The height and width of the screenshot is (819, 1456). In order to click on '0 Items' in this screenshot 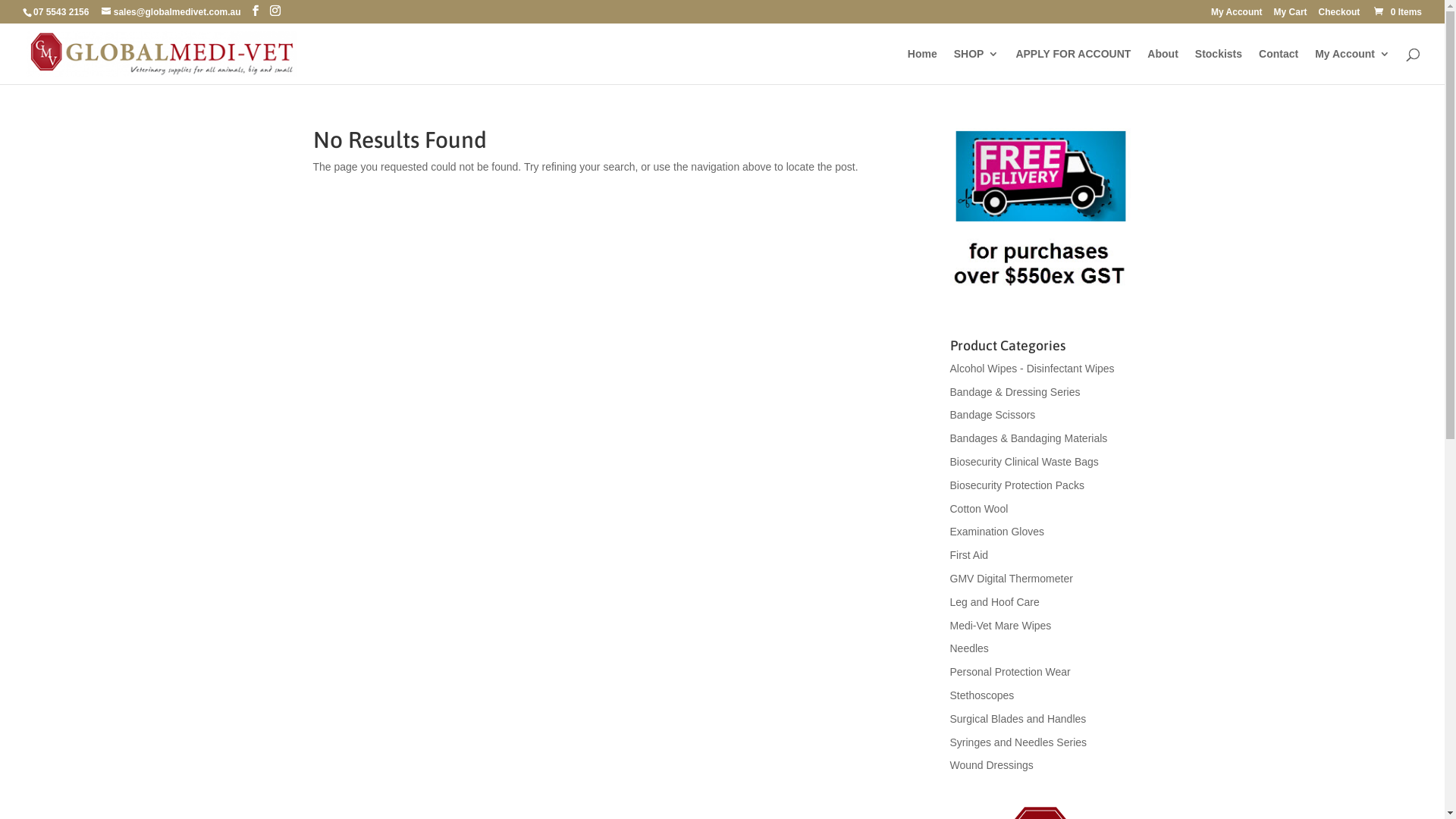, I will do `click(1371, 11)`.